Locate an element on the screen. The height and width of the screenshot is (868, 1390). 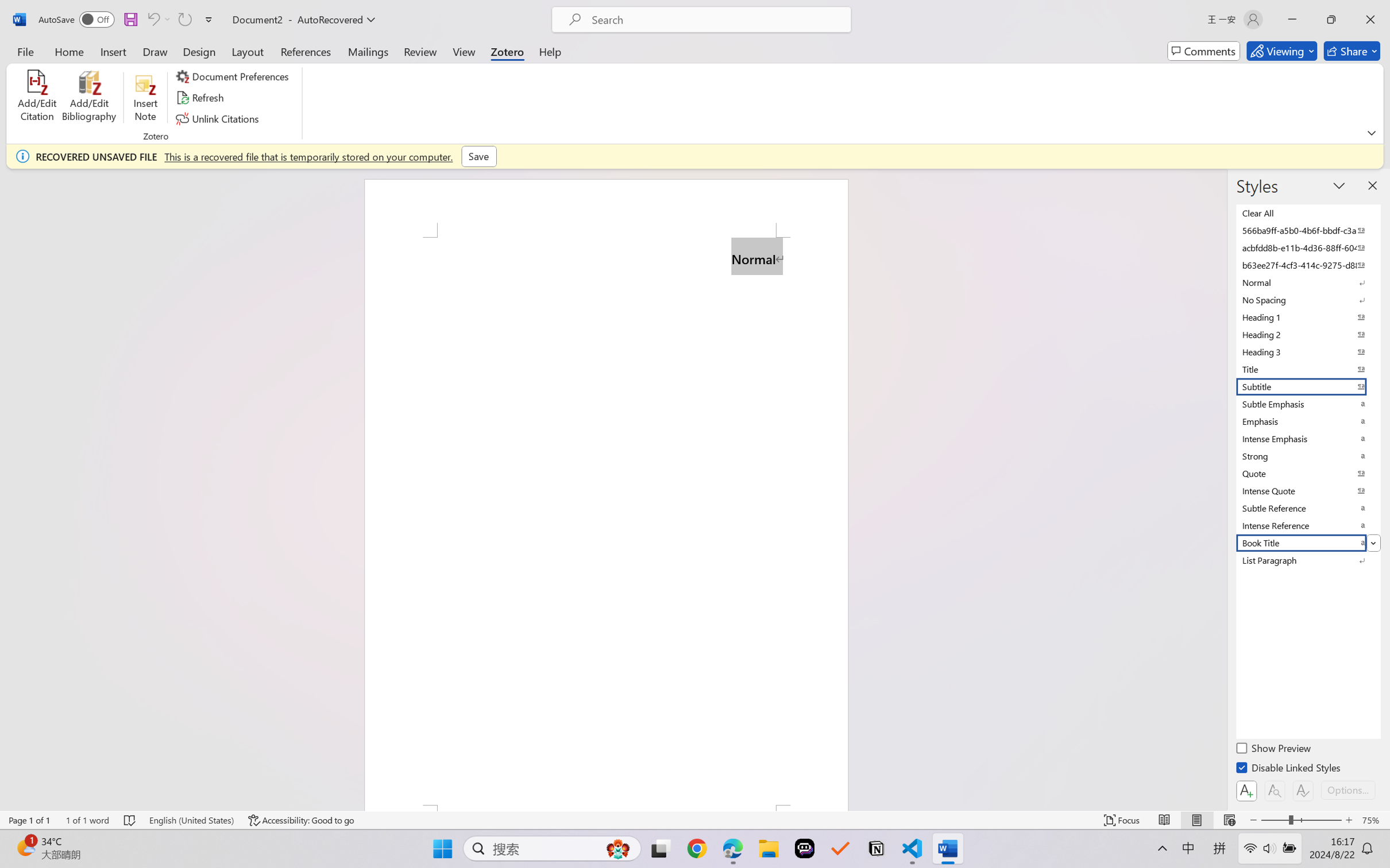
'Subtle Emphasis' is located at coordinates (1307, 404).